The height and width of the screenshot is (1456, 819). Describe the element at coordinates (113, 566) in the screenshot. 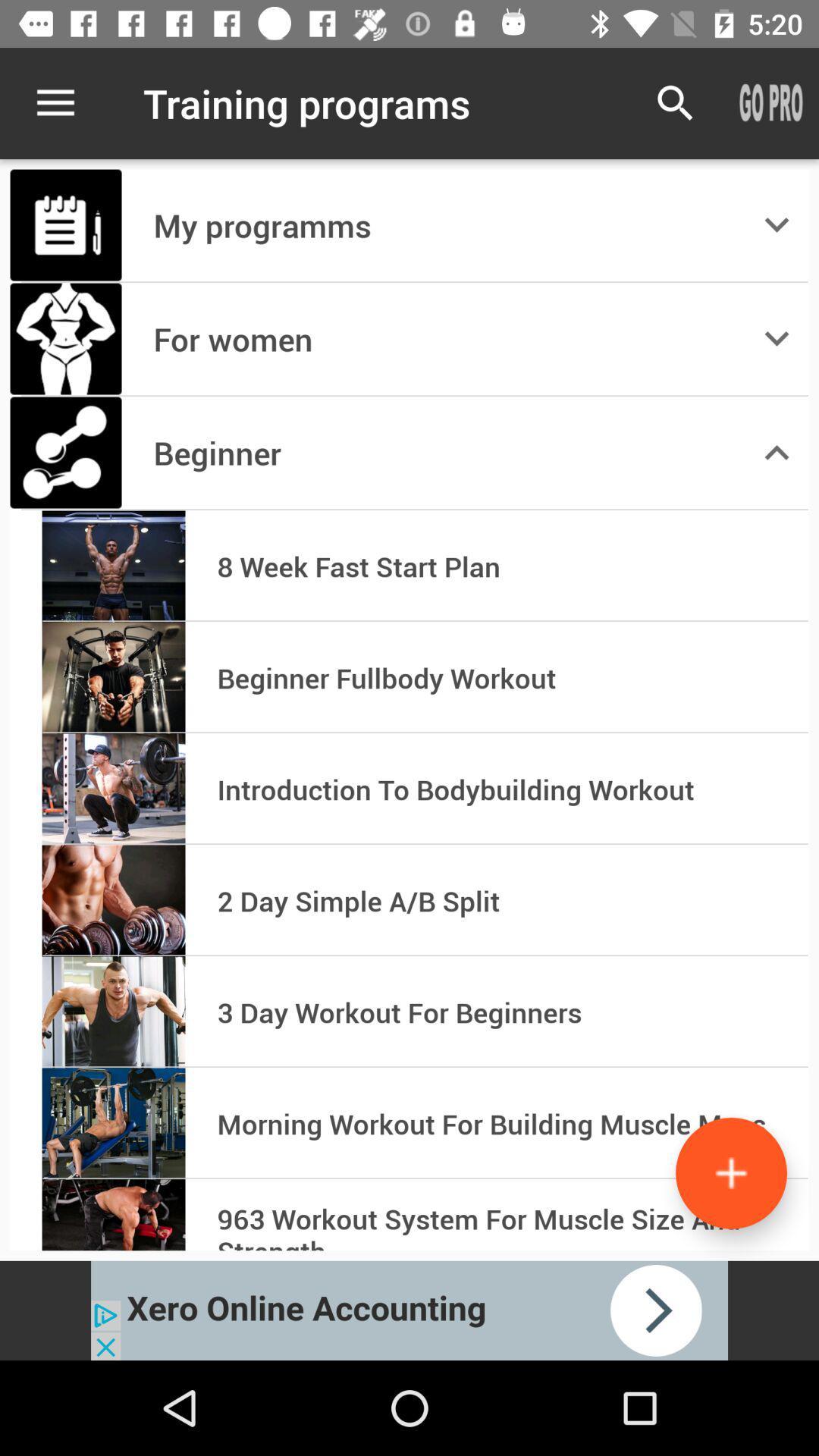

I see `the left 4th image body builder` at that location.